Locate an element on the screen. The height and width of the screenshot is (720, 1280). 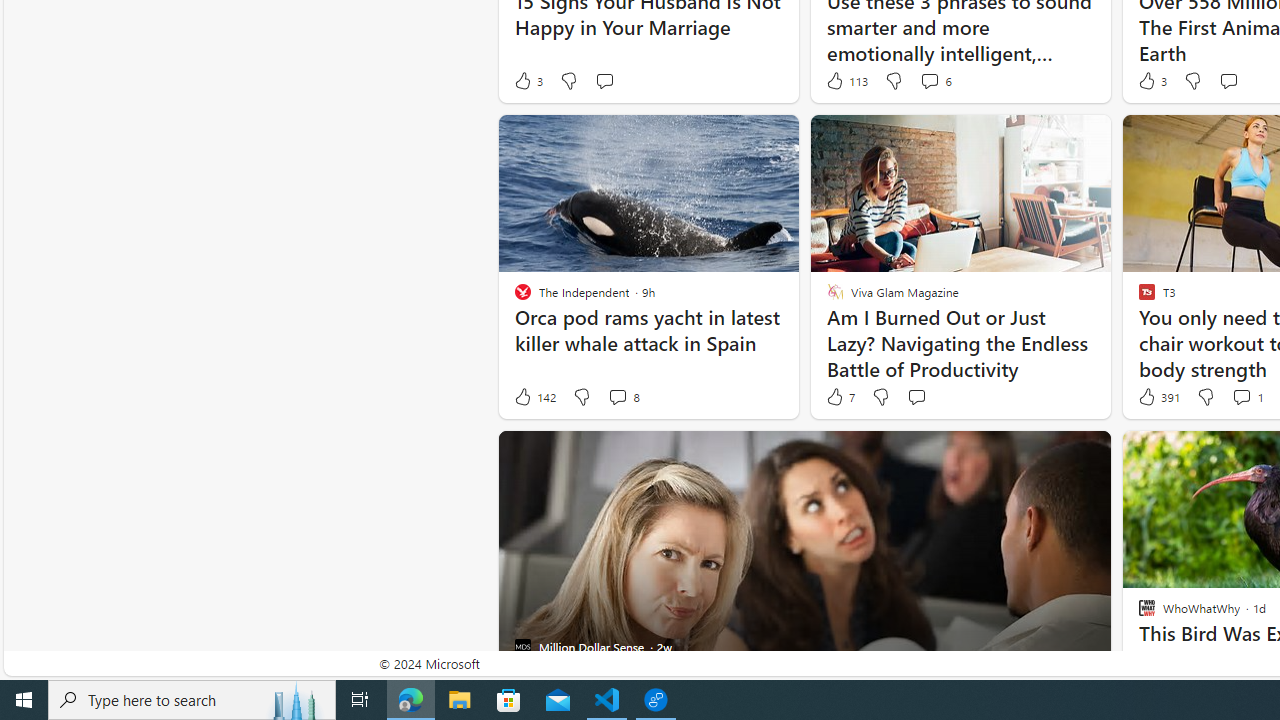
'7 Like' is located at coordinates (839, 397).